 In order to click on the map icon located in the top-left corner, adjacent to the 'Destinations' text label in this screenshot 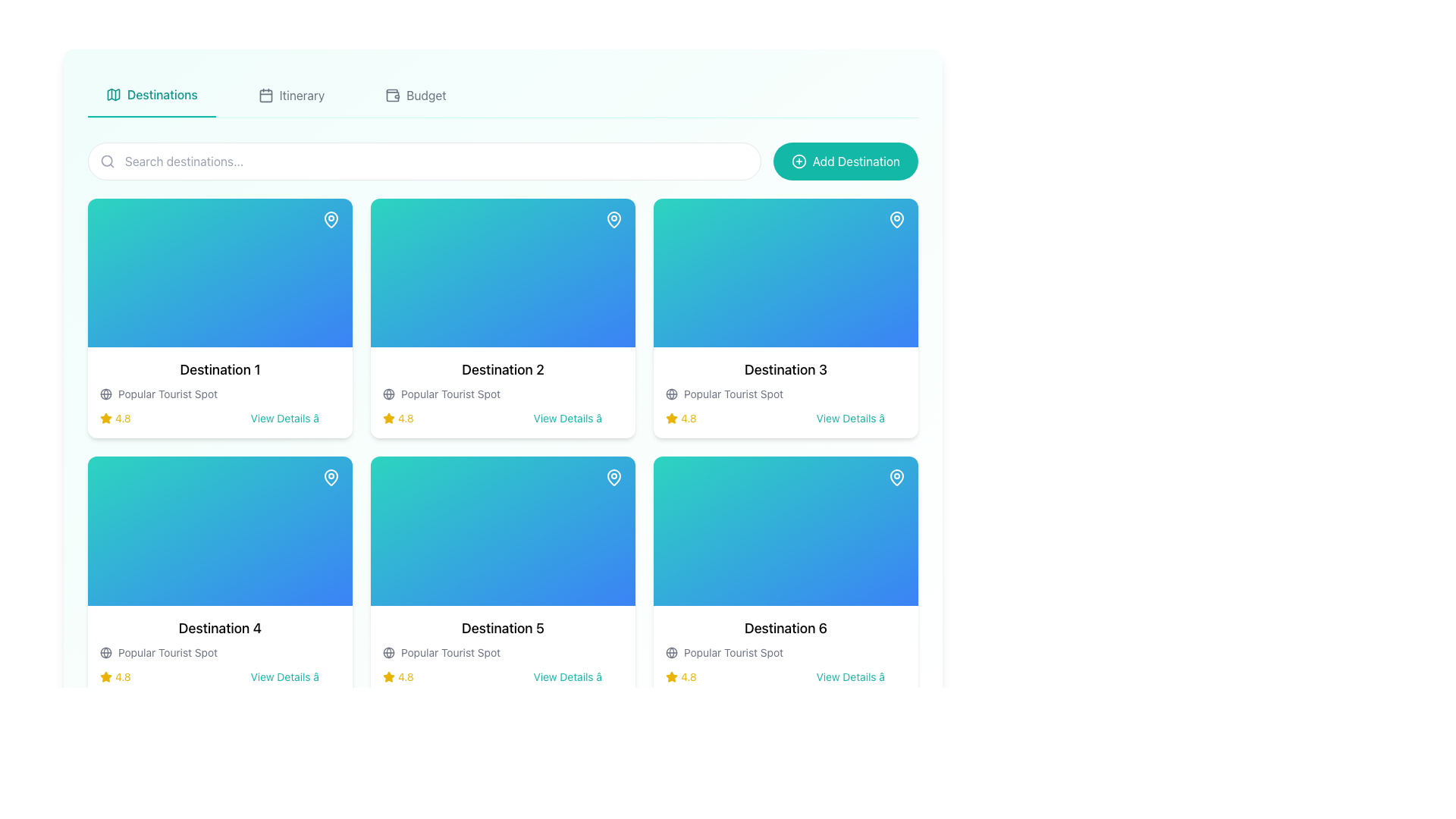, I will do `click(112, 94)`.